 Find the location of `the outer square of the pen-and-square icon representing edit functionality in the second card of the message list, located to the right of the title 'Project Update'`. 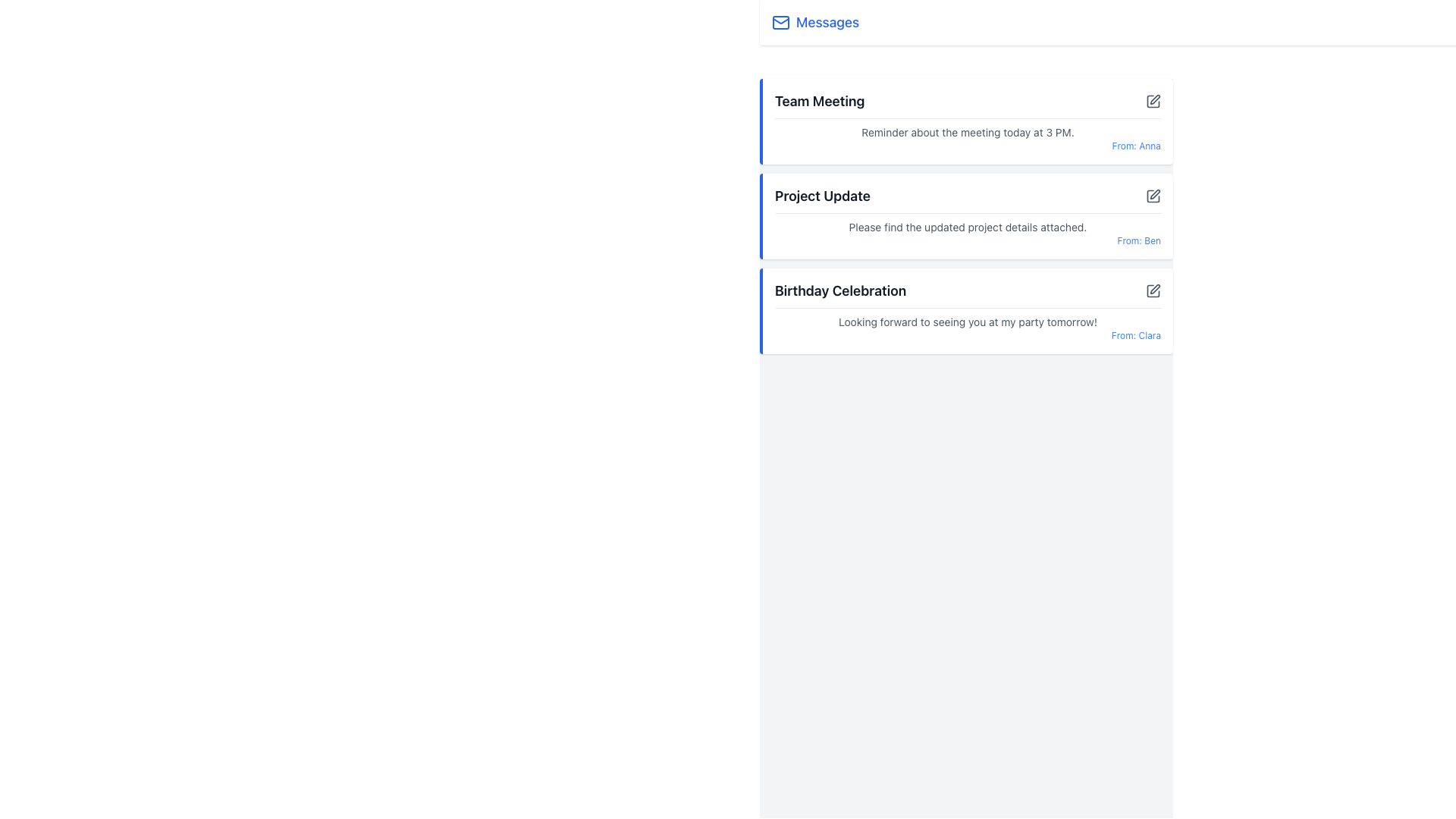

the outer square of the pen-and-square icon representing edit functionality in the second card of the message list, located to the right of the title 'Project Update' is located at coordinates (1153, 195).